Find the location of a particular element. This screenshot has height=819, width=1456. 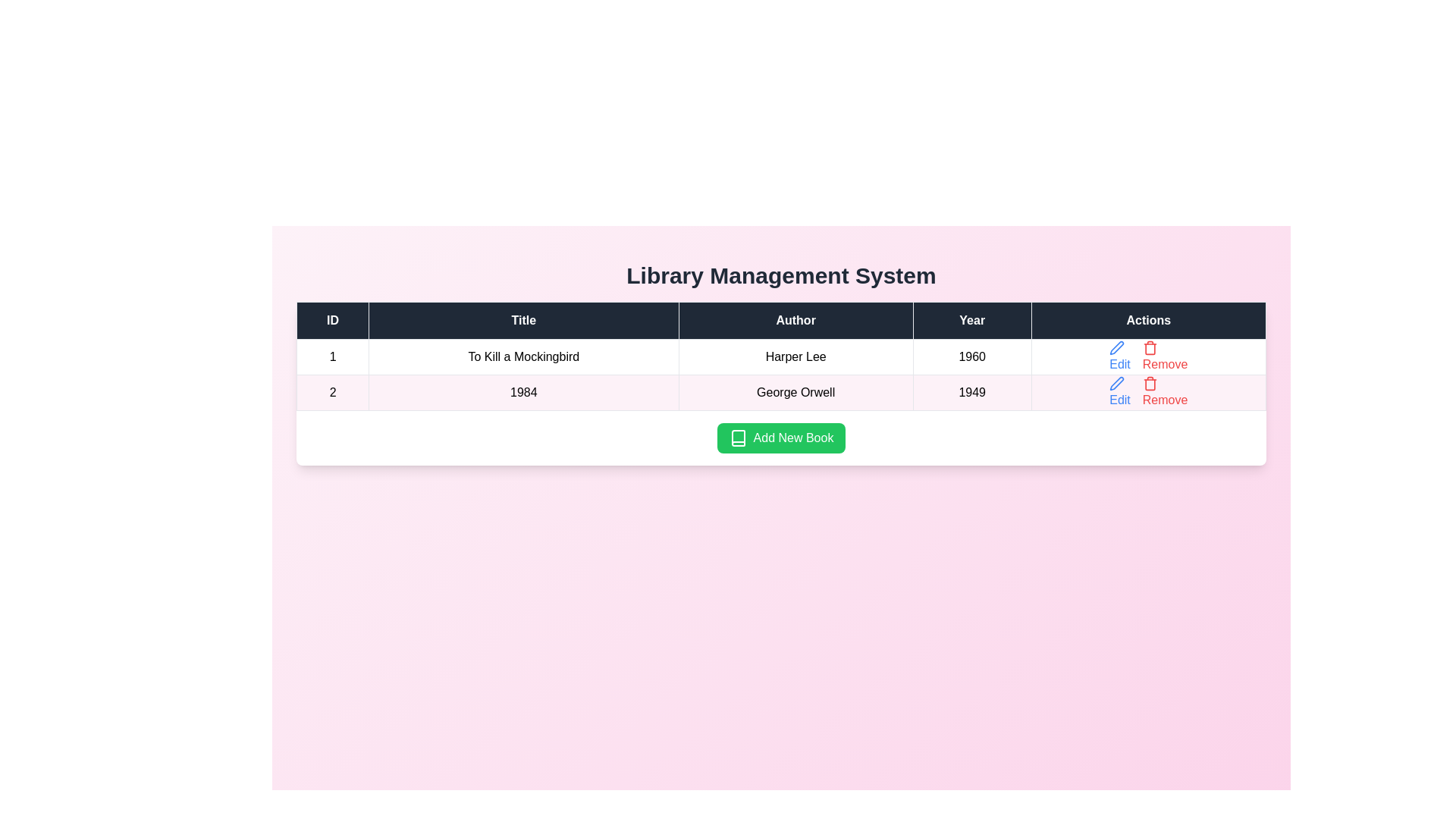

the blue 'Edit' button with a pen icon in the Actions column of the second row in the table to trigger a color change is located at coordinates (1120, 391).